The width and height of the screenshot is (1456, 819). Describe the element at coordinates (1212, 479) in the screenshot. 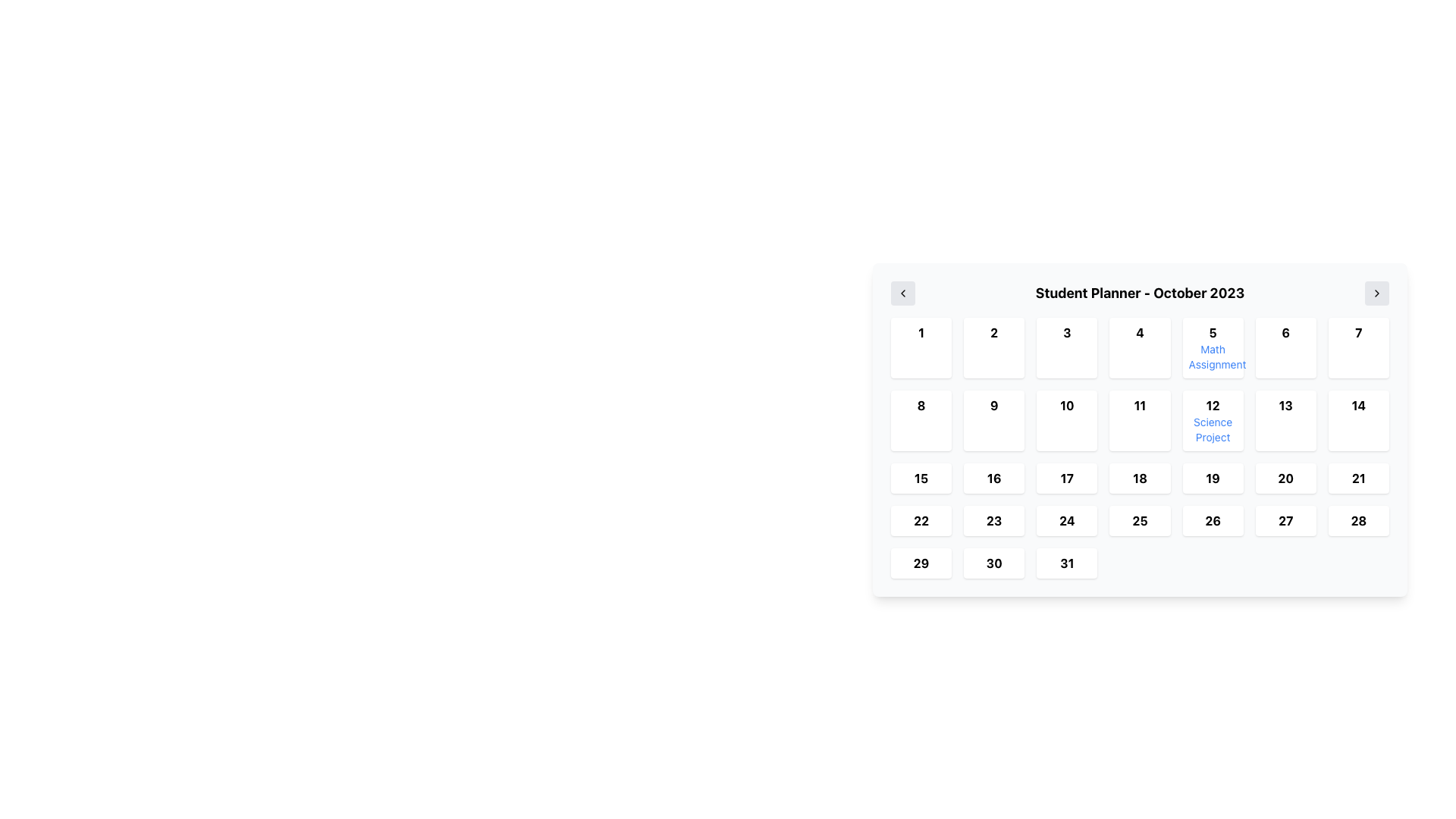

I see `the bold black number '19' displayed` at that location.